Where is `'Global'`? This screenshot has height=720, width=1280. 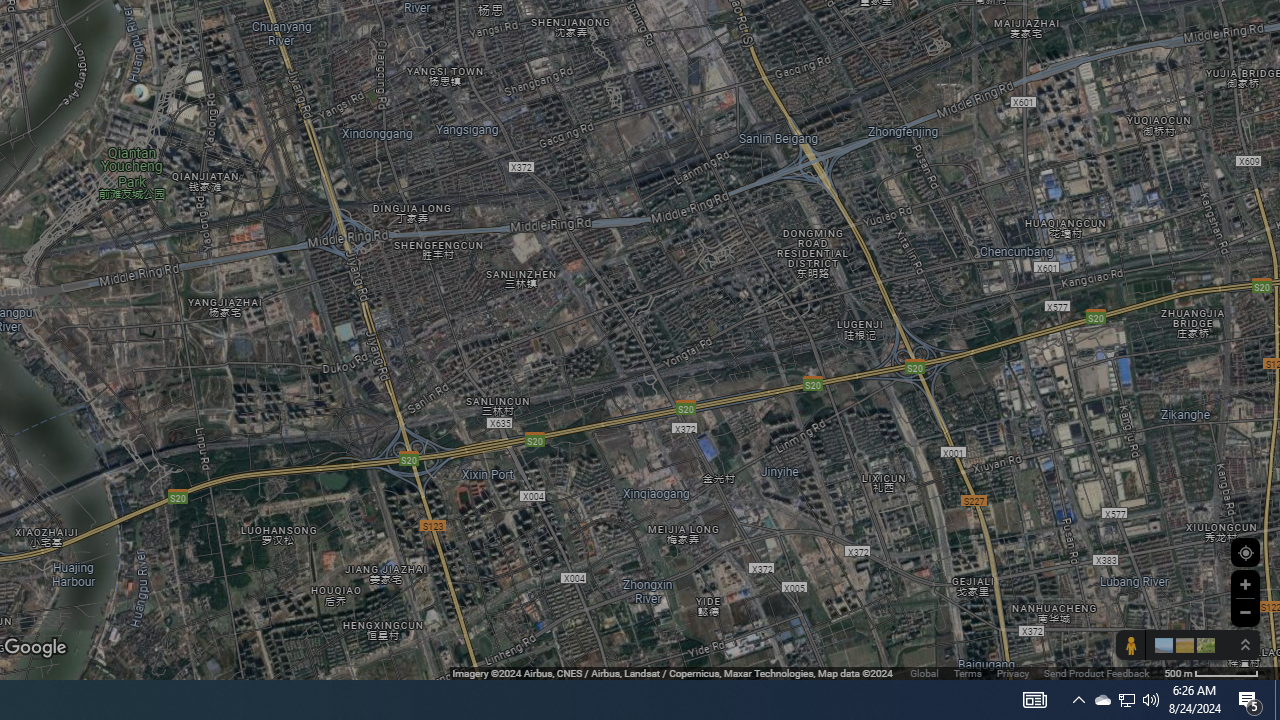
'Global' is located at coordinates (923, 673).